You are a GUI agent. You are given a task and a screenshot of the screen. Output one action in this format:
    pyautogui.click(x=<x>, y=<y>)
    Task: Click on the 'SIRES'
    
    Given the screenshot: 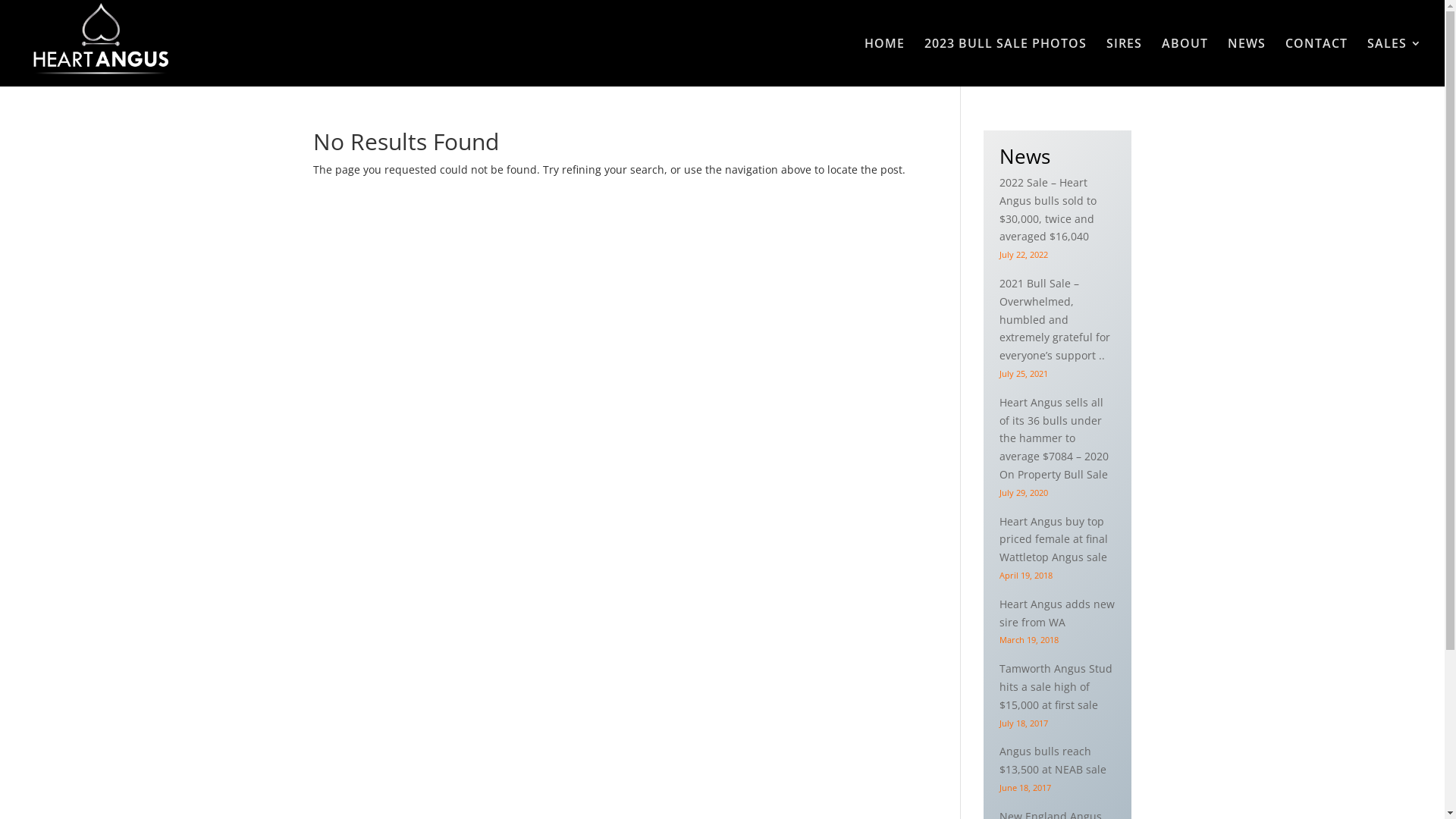 What is the action you would take?
    pyautogui.click(x=1124, y=61)
    